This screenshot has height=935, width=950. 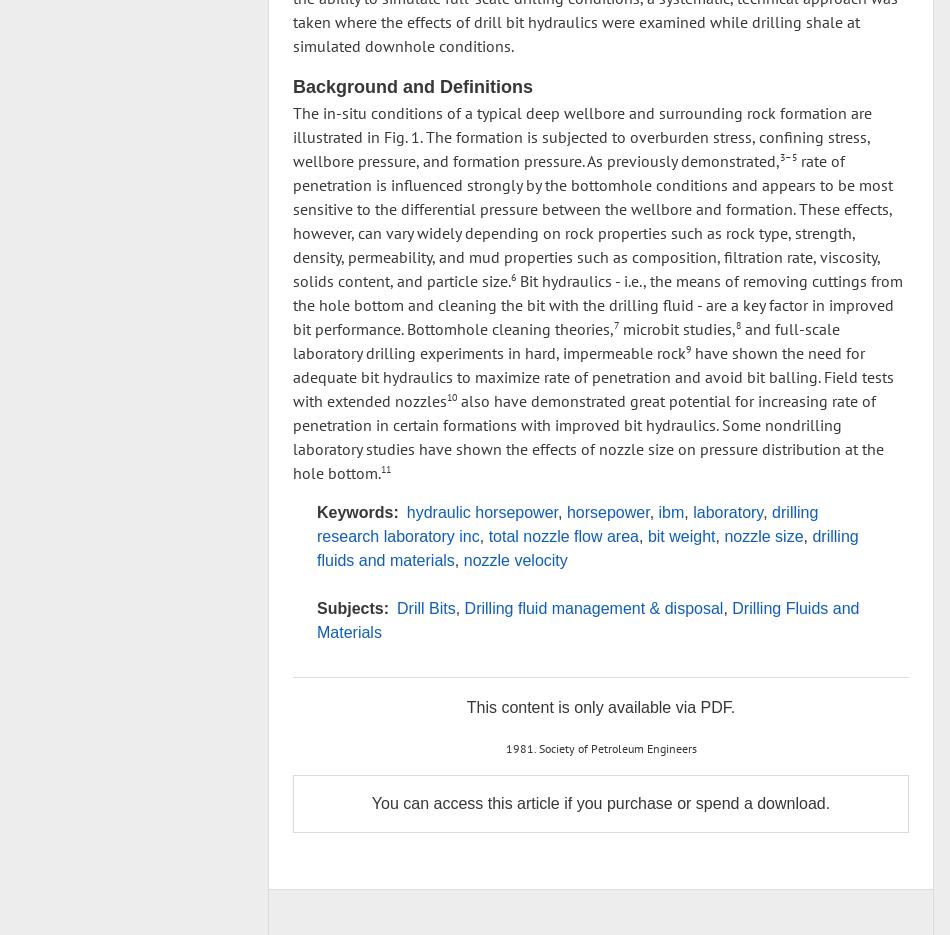 I want to click on '8', so click(x=737, y=324).